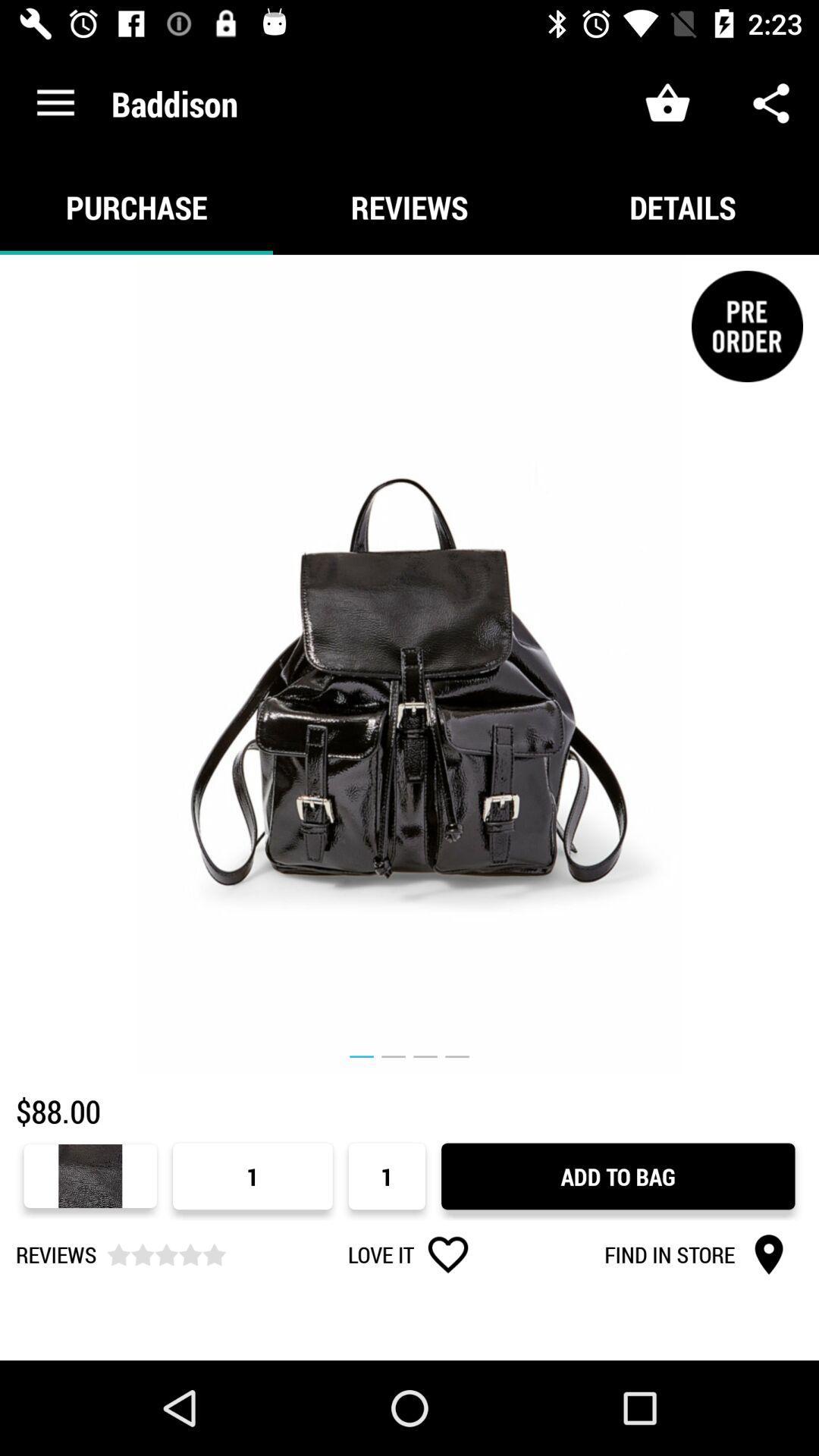 The image size is (819, 1456). I want to click on icon below the purchase, so click(409, 664).